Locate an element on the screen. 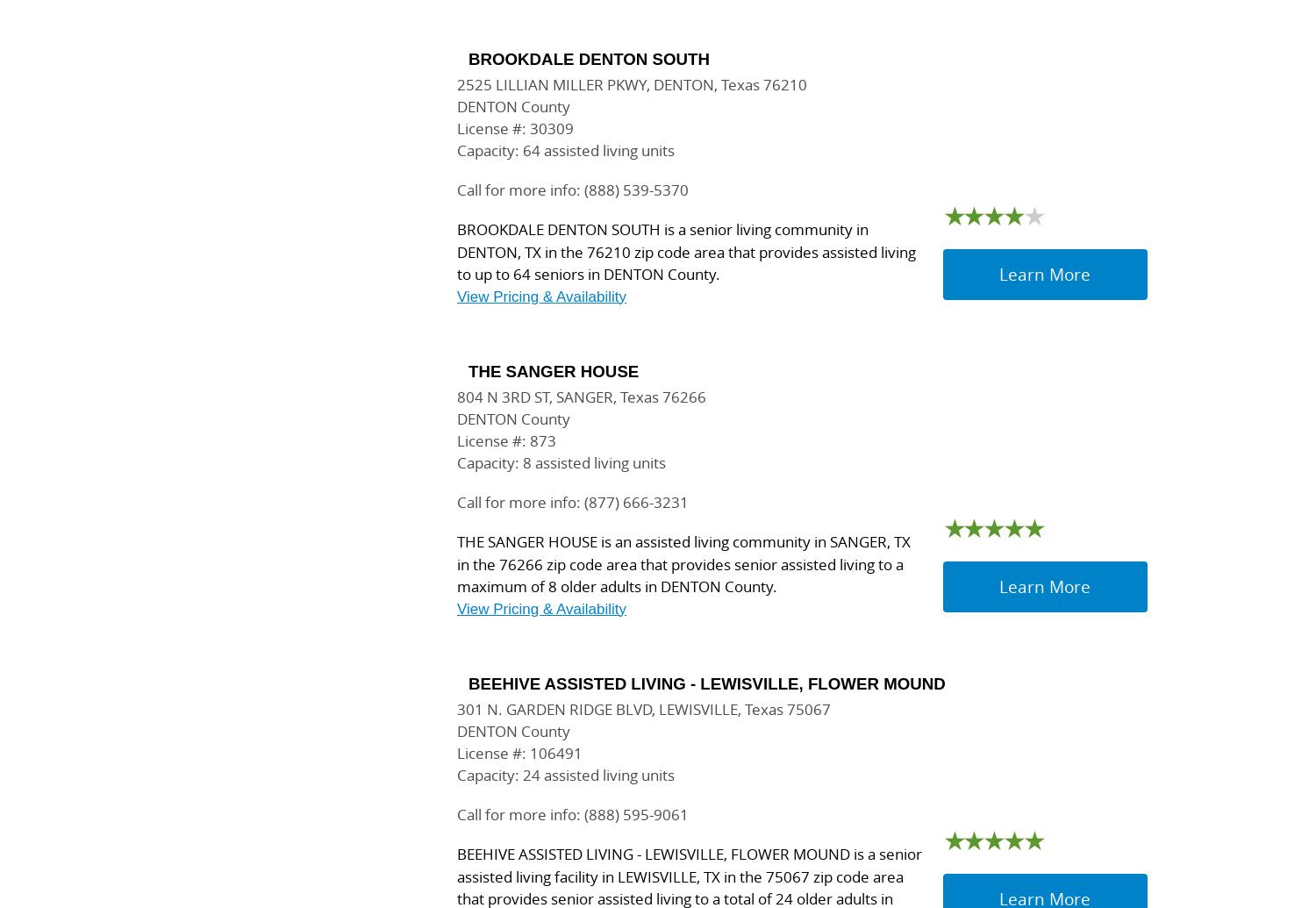 This screenshot has width=1316, height=908. 'BROOKDALE DENTON SOUTH is a senior living community in DENTON, TX in the 76210 zip code area that provides assisted living to up to 64 seniors in DENTON County.' is located at coordinates (456, 252).